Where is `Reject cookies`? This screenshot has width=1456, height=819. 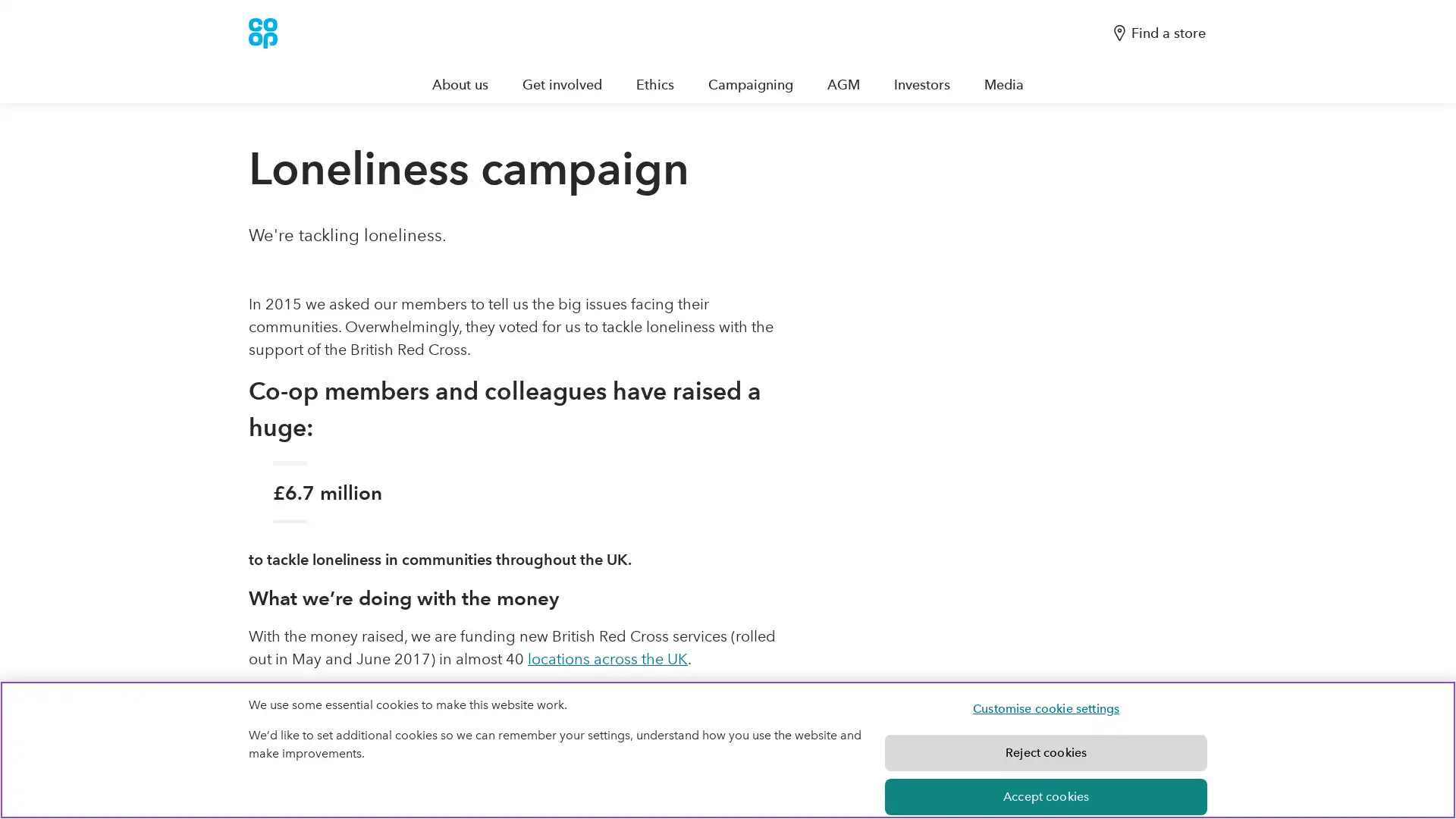
Reject cookies is located at coordinates (1044, 752).